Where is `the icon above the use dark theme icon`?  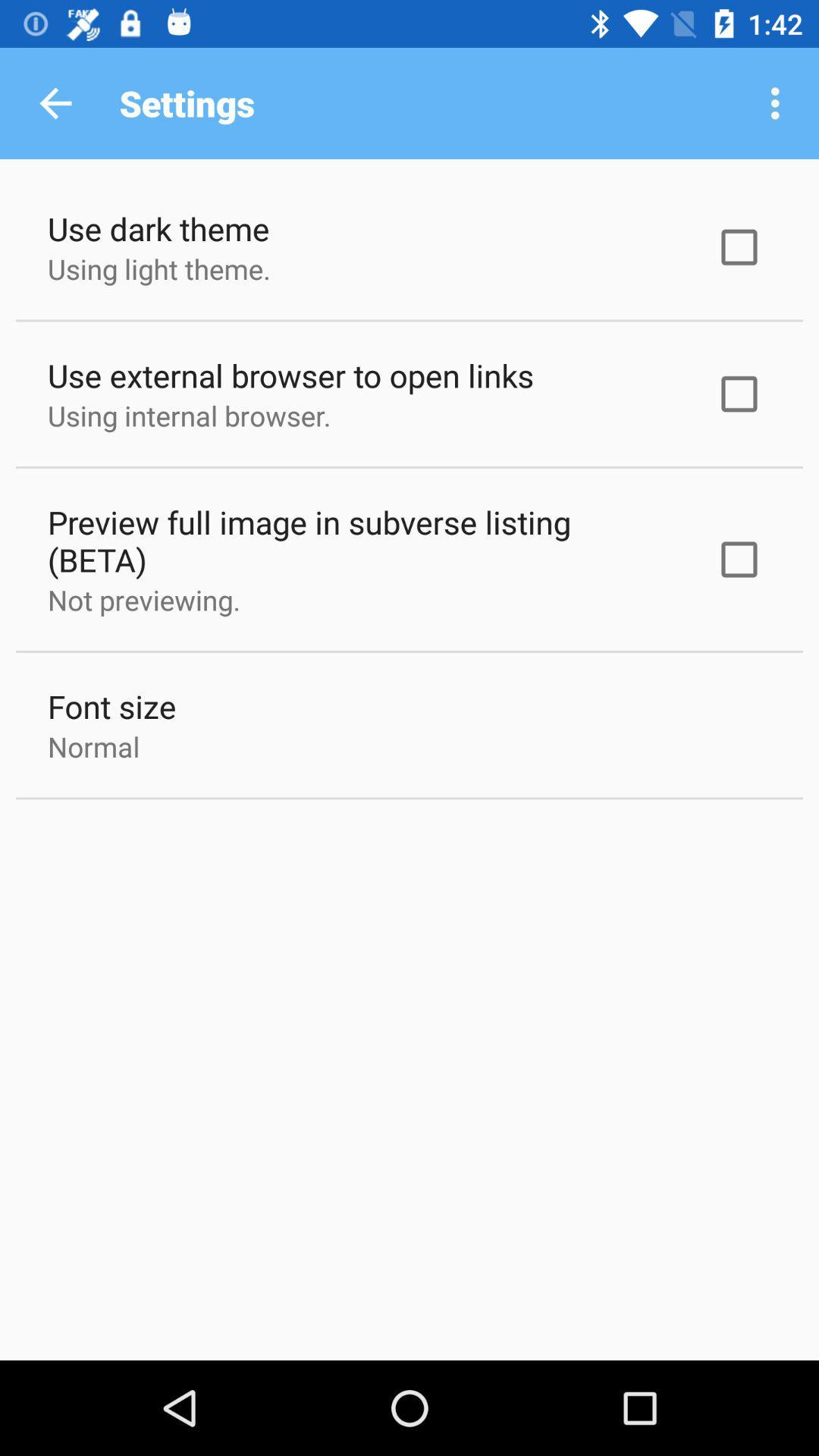 the icon above the use dark theme icon is located at coordinates (55, 102).